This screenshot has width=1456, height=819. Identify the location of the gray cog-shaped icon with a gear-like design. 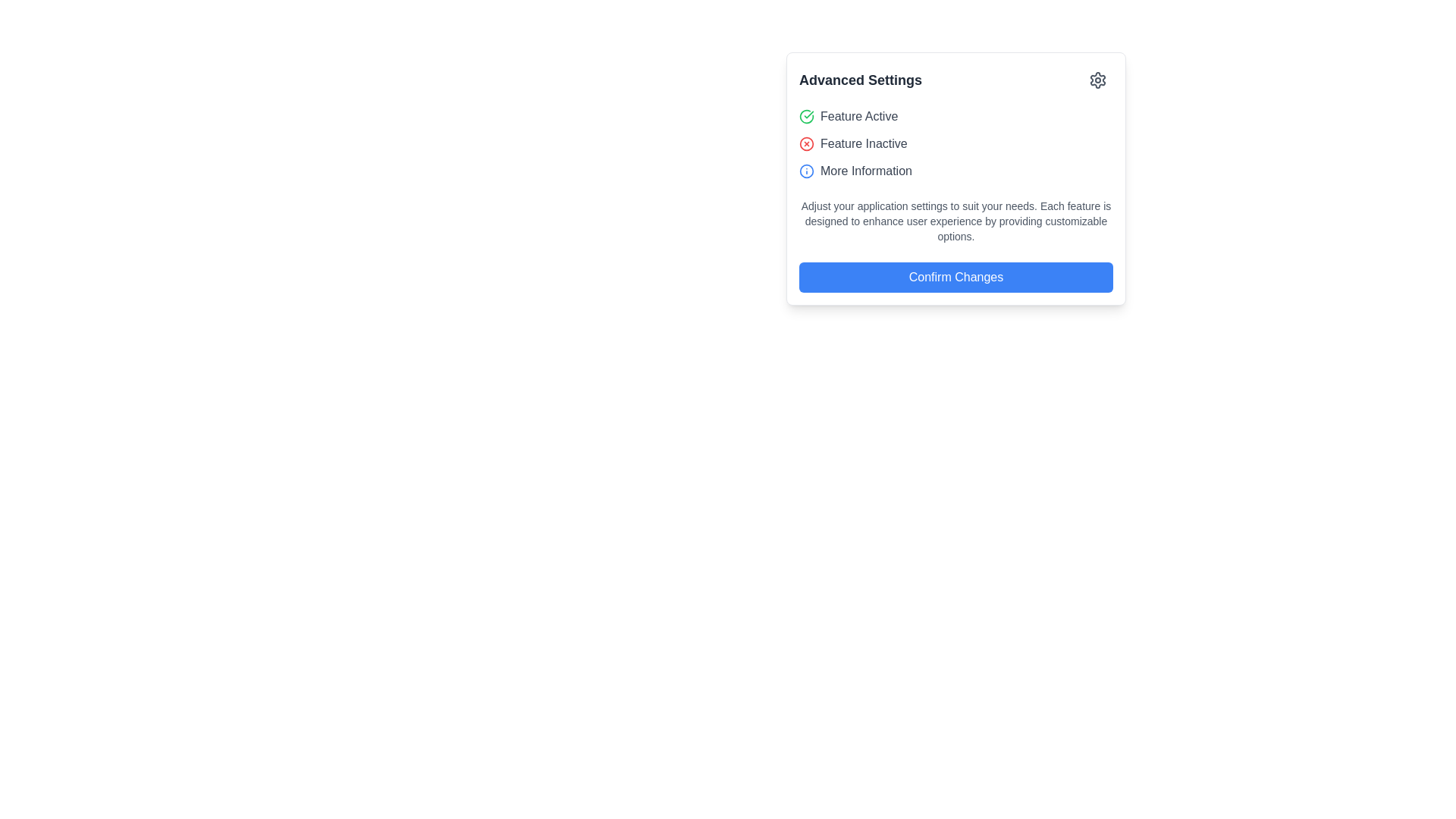
(1098, 80).